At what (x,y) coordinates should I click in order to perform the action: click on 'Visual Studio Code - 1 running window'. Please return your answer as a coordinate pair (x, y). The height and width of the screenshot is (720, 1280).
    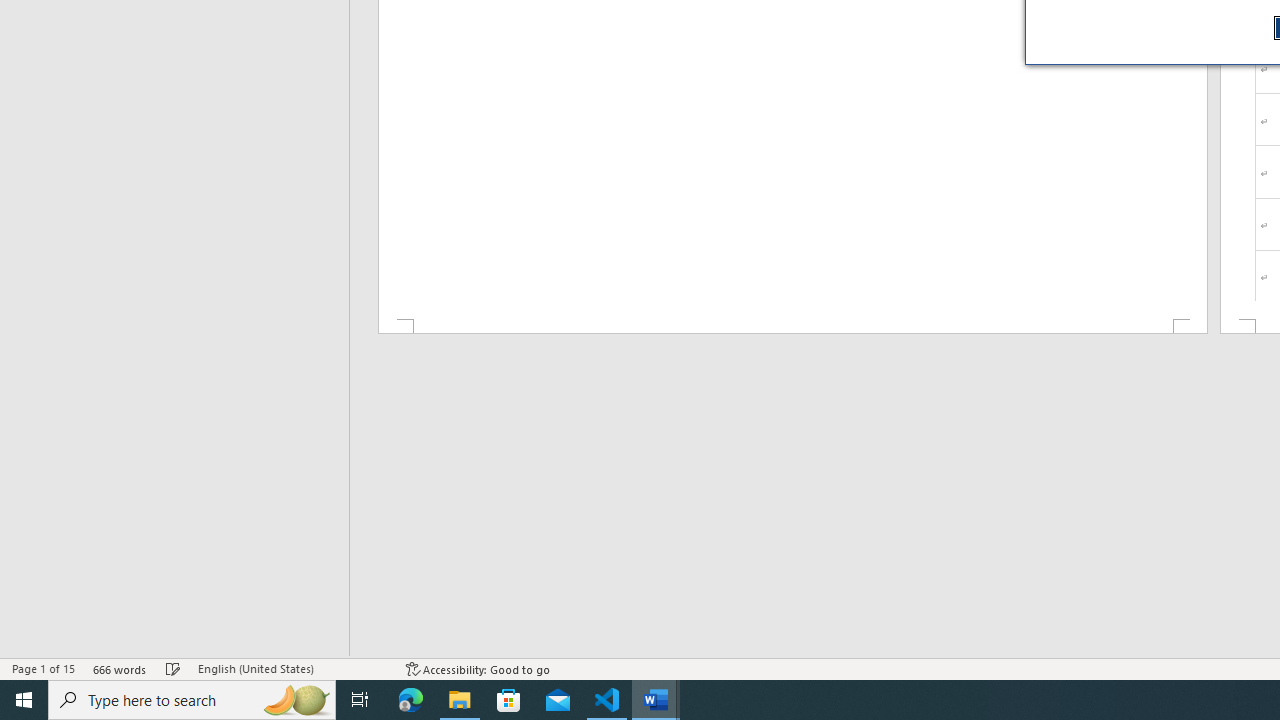
    Looking at the image, I should click on (606, 698).